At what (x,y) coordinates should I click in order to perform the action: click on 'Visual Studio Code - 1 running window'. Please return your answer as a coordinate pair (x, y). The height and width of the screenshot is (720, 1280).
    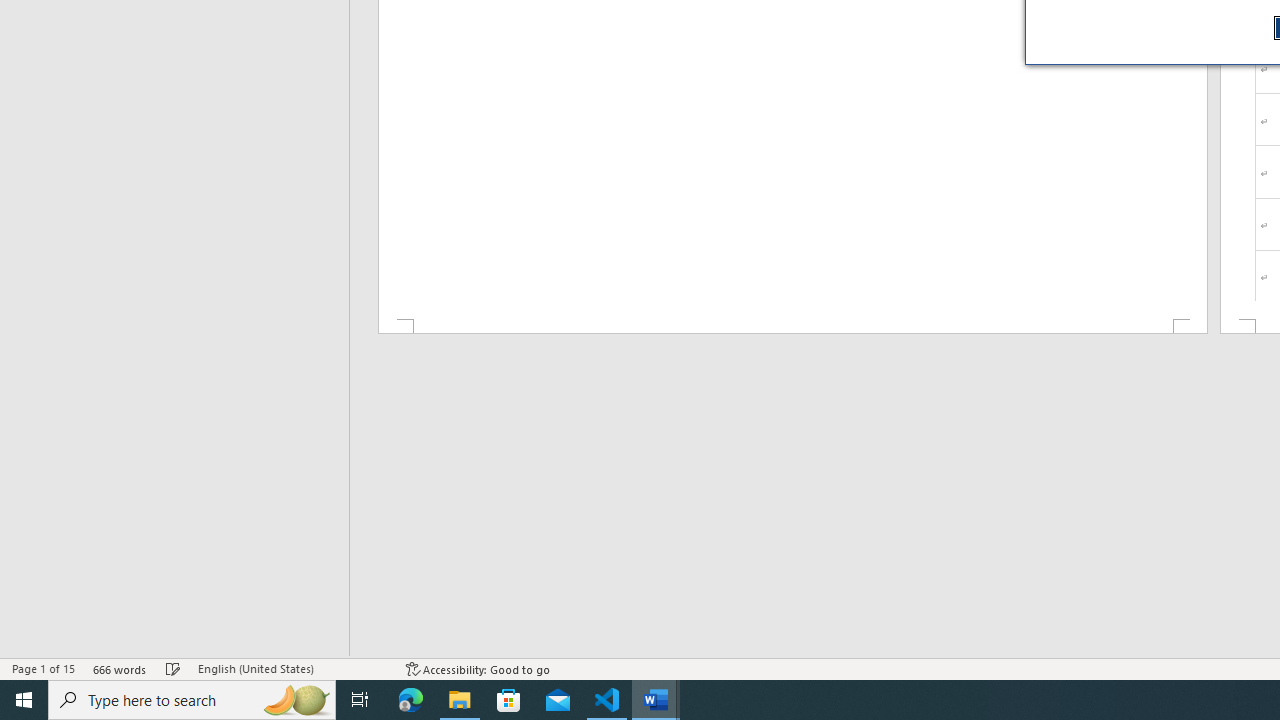
    Looking at the image, I should click on (606, 698).